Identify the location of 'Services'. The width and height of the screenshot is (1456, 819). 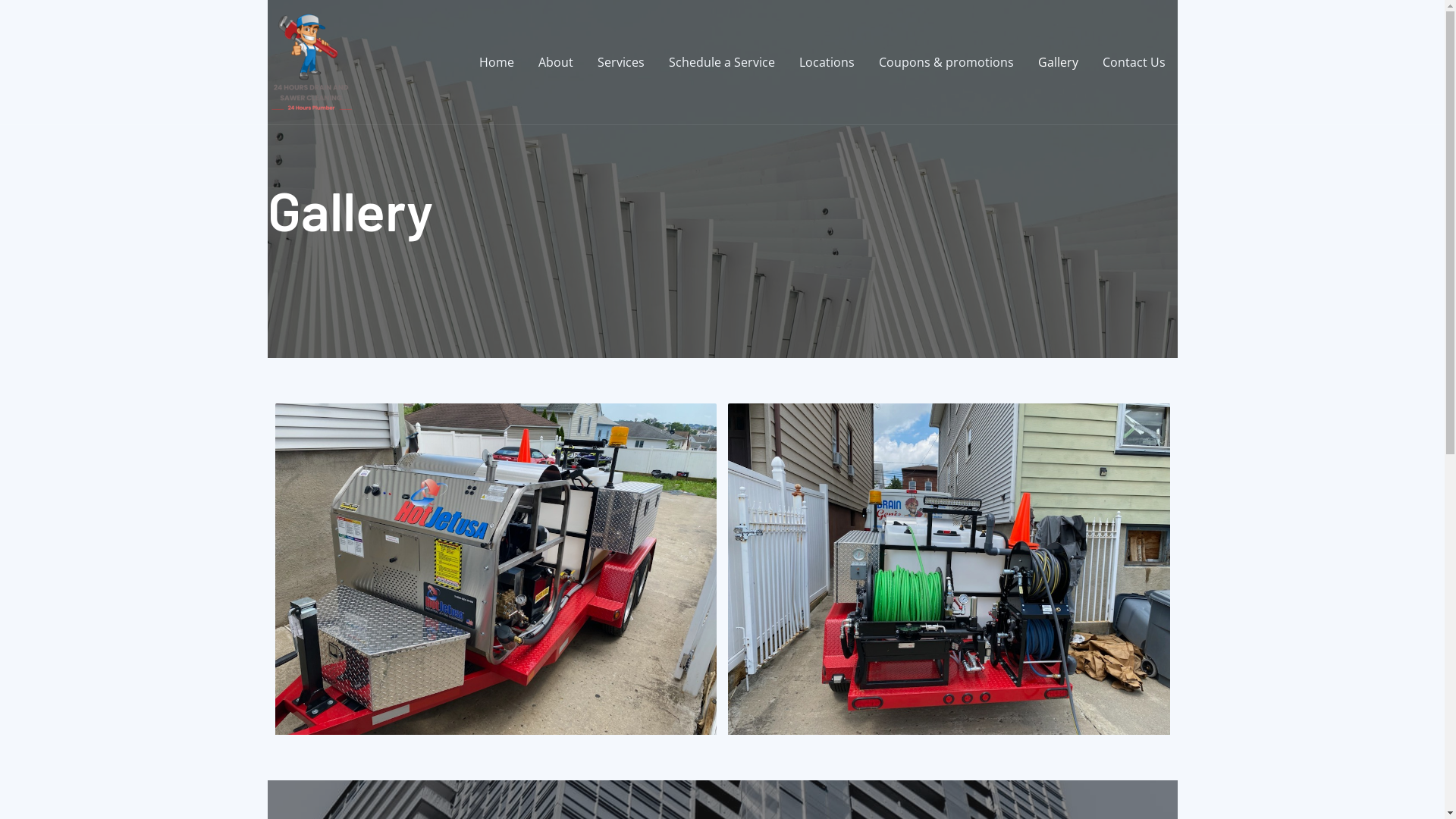
(621, 61).